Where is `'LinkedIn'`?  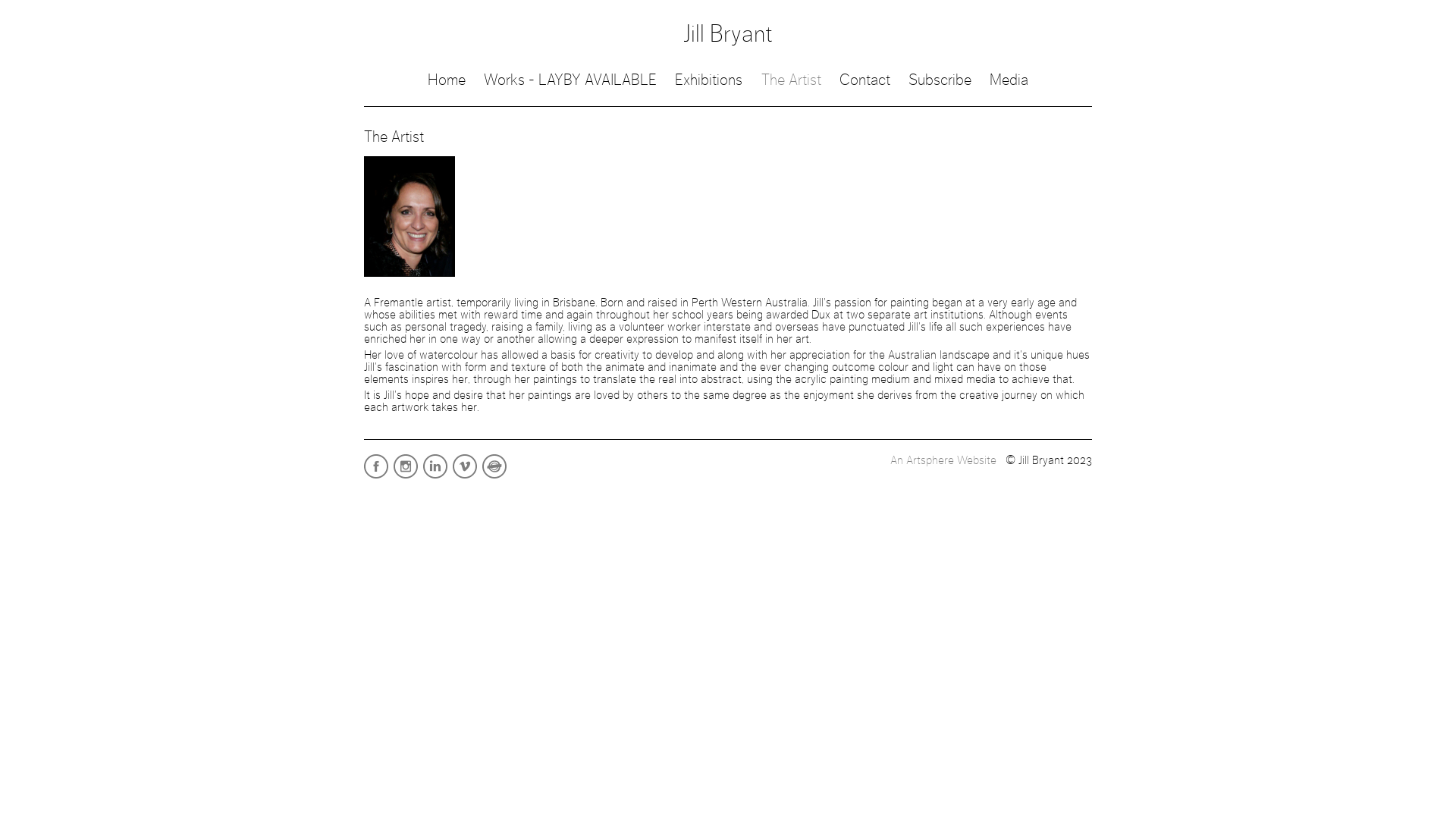 'LinkedIn' is located at coordinates (435, 476).